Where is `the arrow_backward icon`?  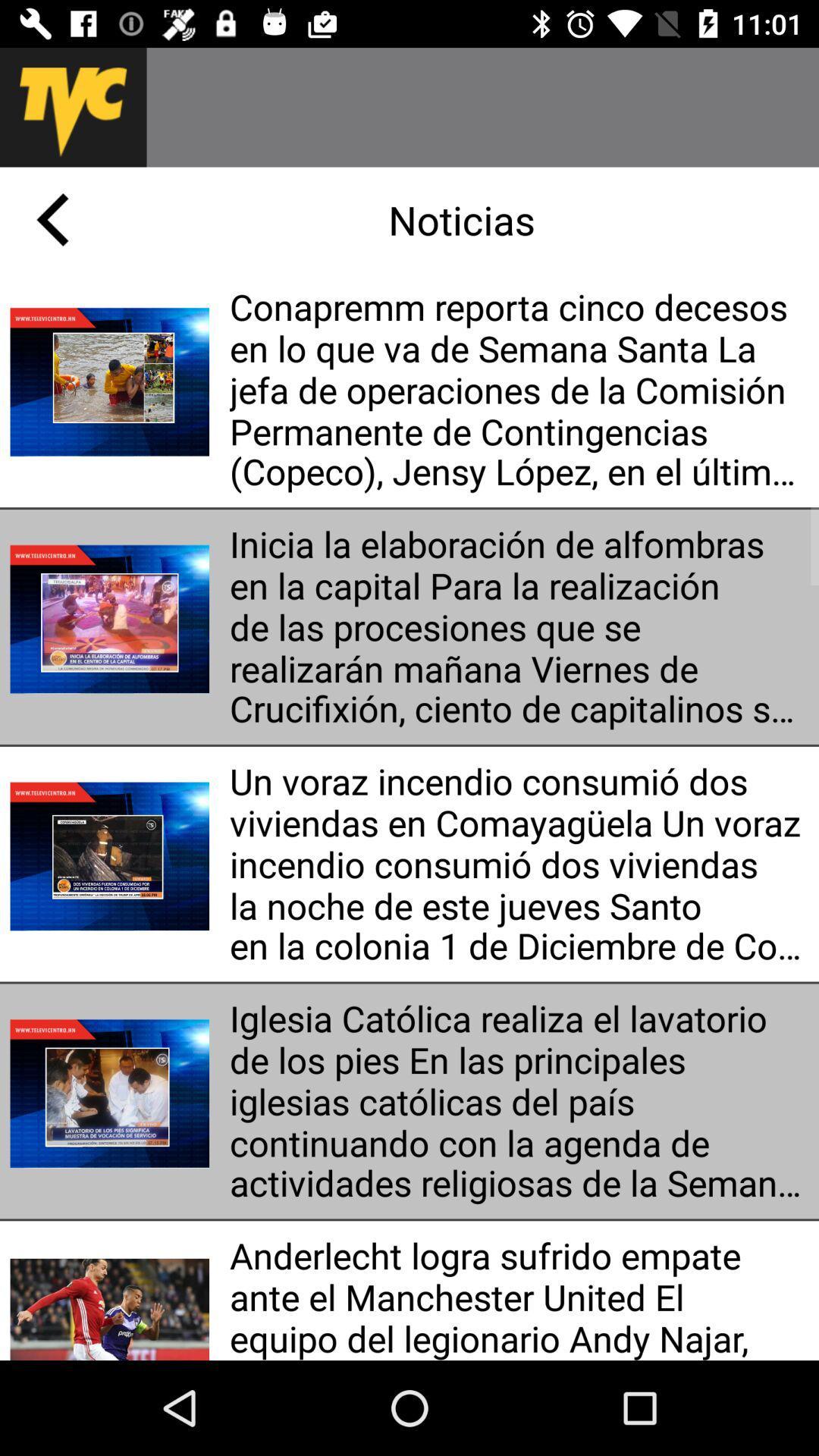 the arrow_backward icon is located at coordinates (52, 218).